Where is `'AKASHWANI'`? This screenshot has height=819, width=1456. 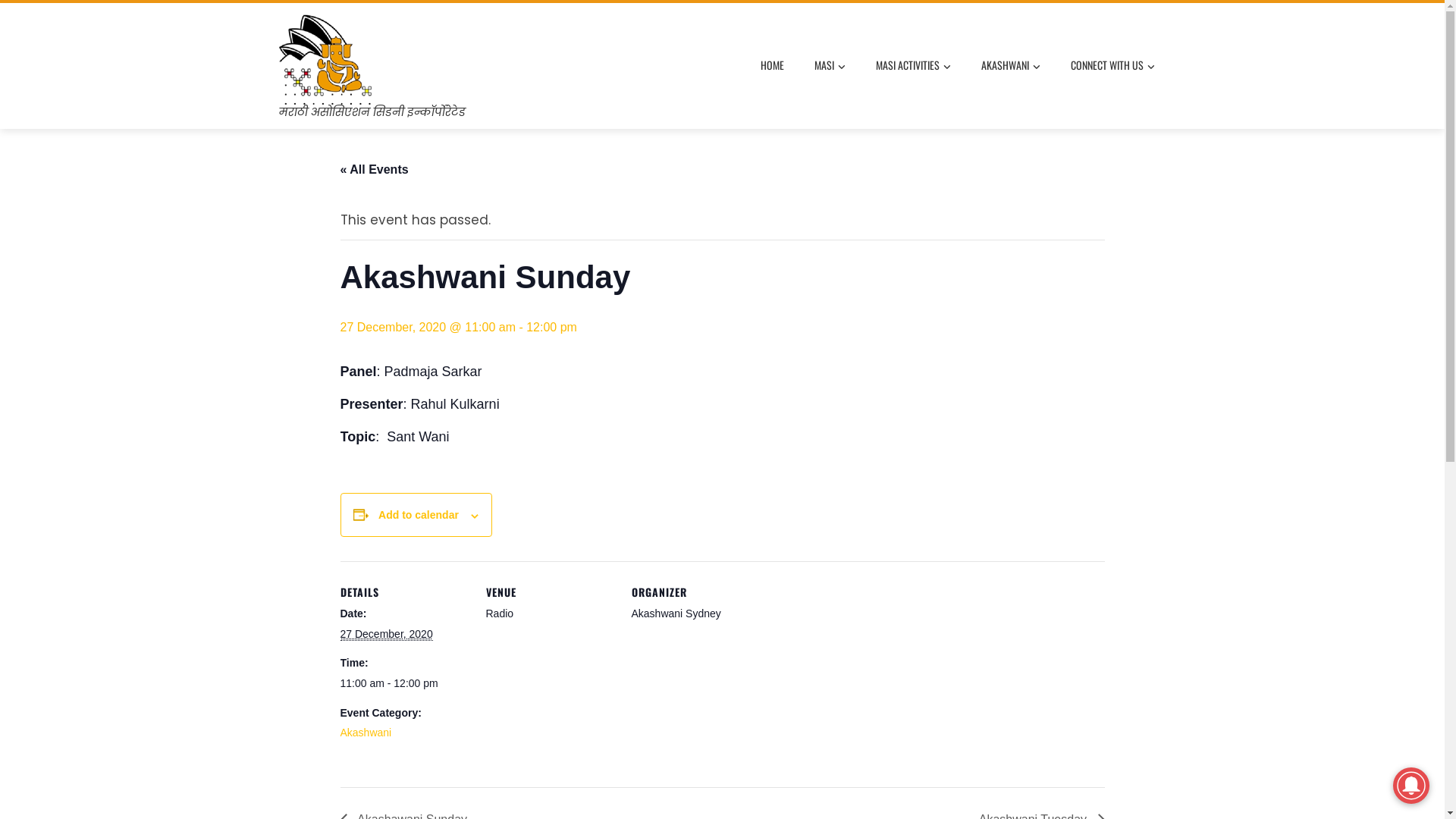
'AKASHWANI' is located at coordinates (1010, 65).